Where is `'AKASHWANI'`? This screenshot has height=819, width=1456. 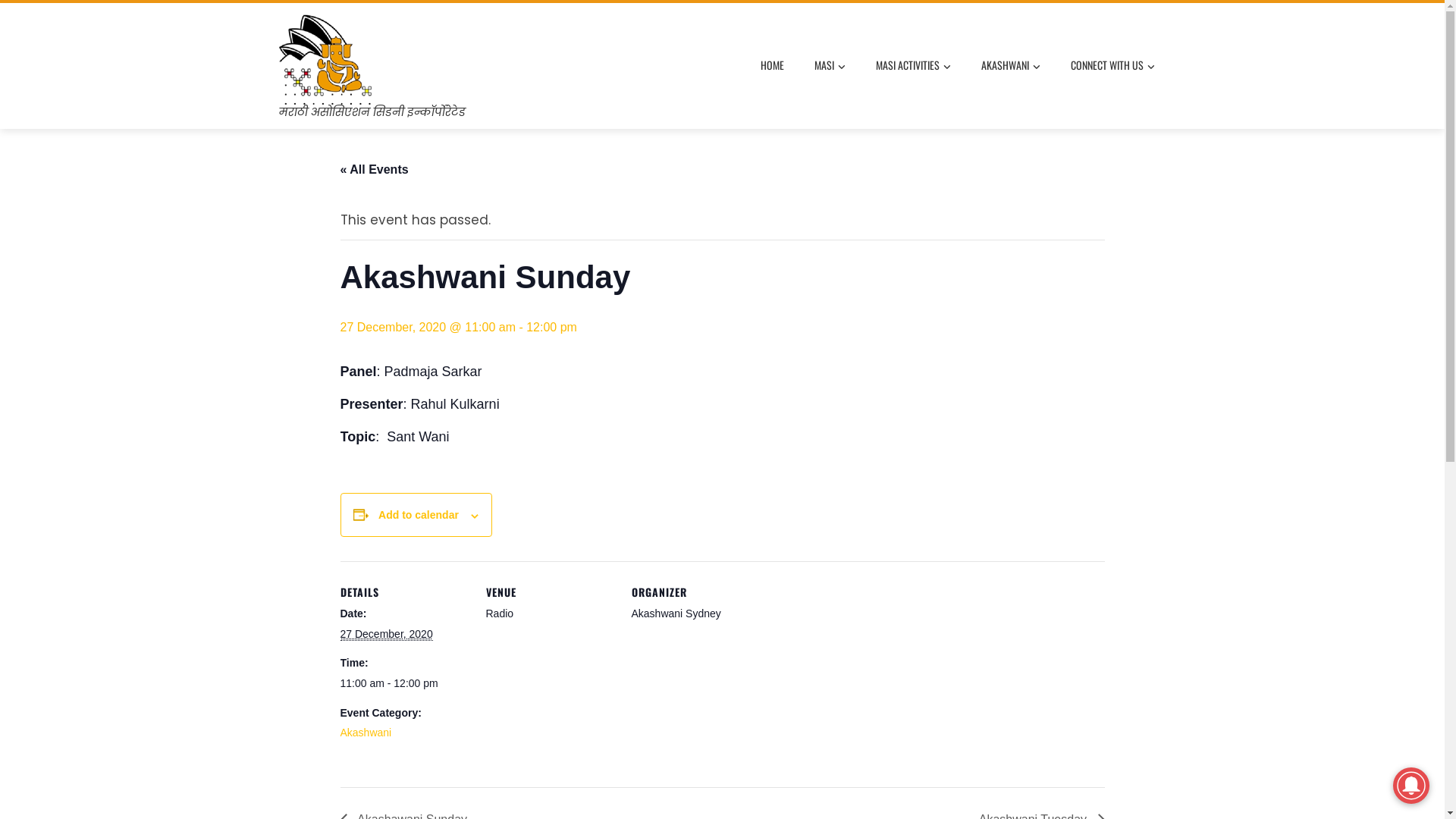
'AKASHWANI' is located at coordinates (1010, 65).